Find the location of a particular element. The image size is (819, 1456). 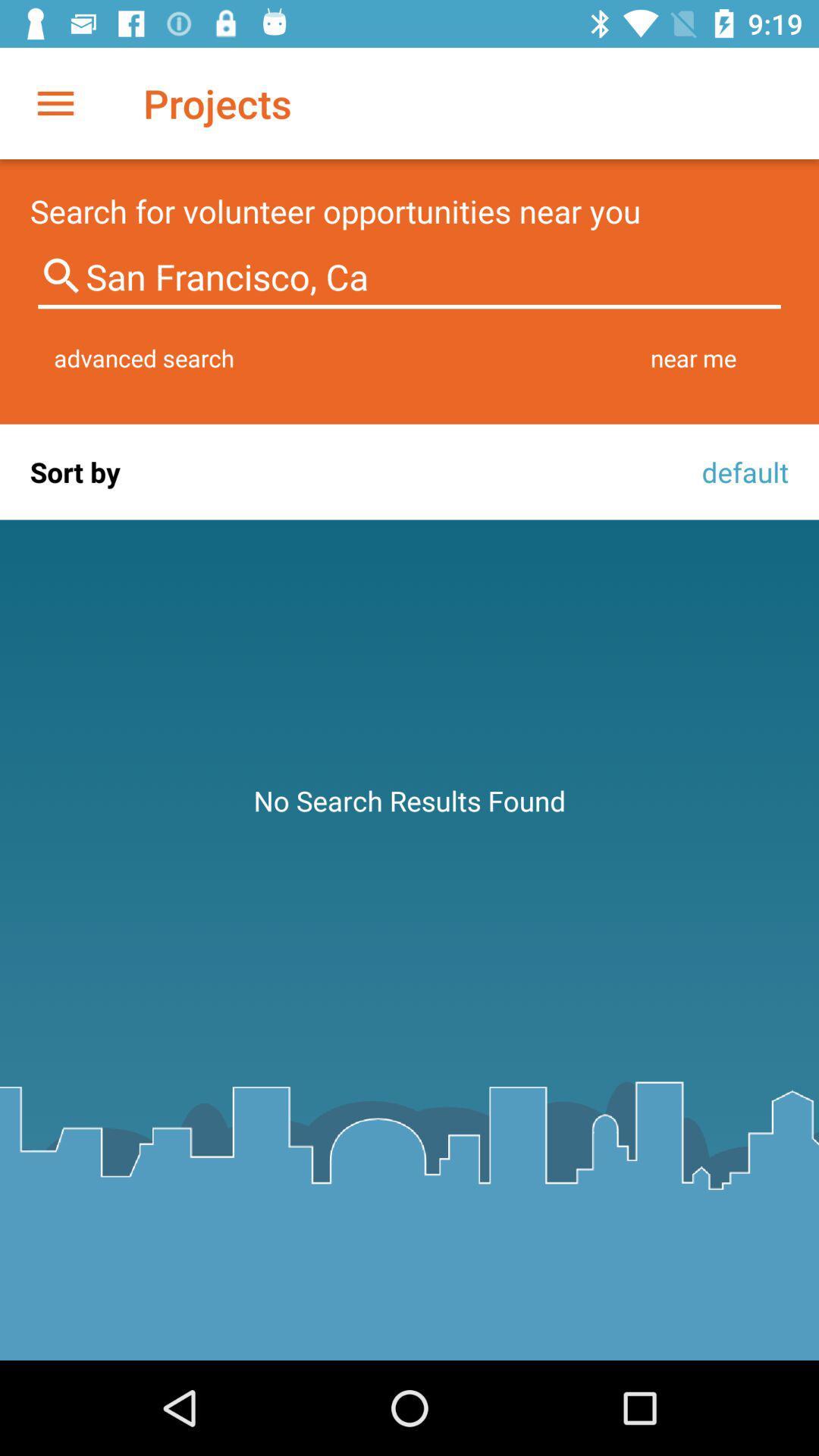

default icon is located at coordinates (740, 471).